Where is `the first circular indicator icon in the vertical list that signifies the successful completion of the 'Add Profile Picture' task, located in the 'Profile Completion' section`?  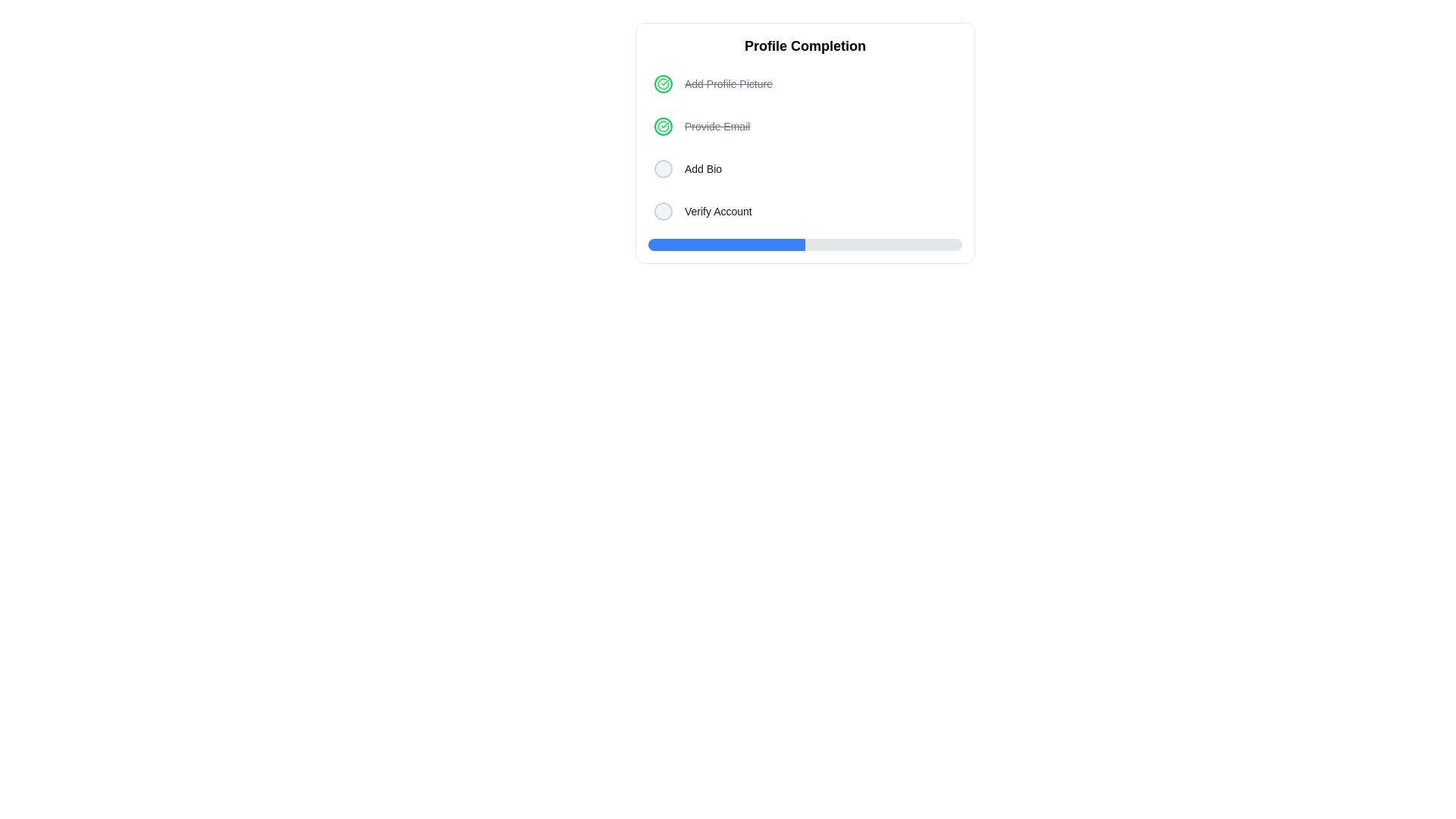
the first circular indicator icon in the vertical list that signifies the successful completion of the 'Add Profile Picture' task, located in the 'Profile Completion' section is located at coordinates (663, 125).